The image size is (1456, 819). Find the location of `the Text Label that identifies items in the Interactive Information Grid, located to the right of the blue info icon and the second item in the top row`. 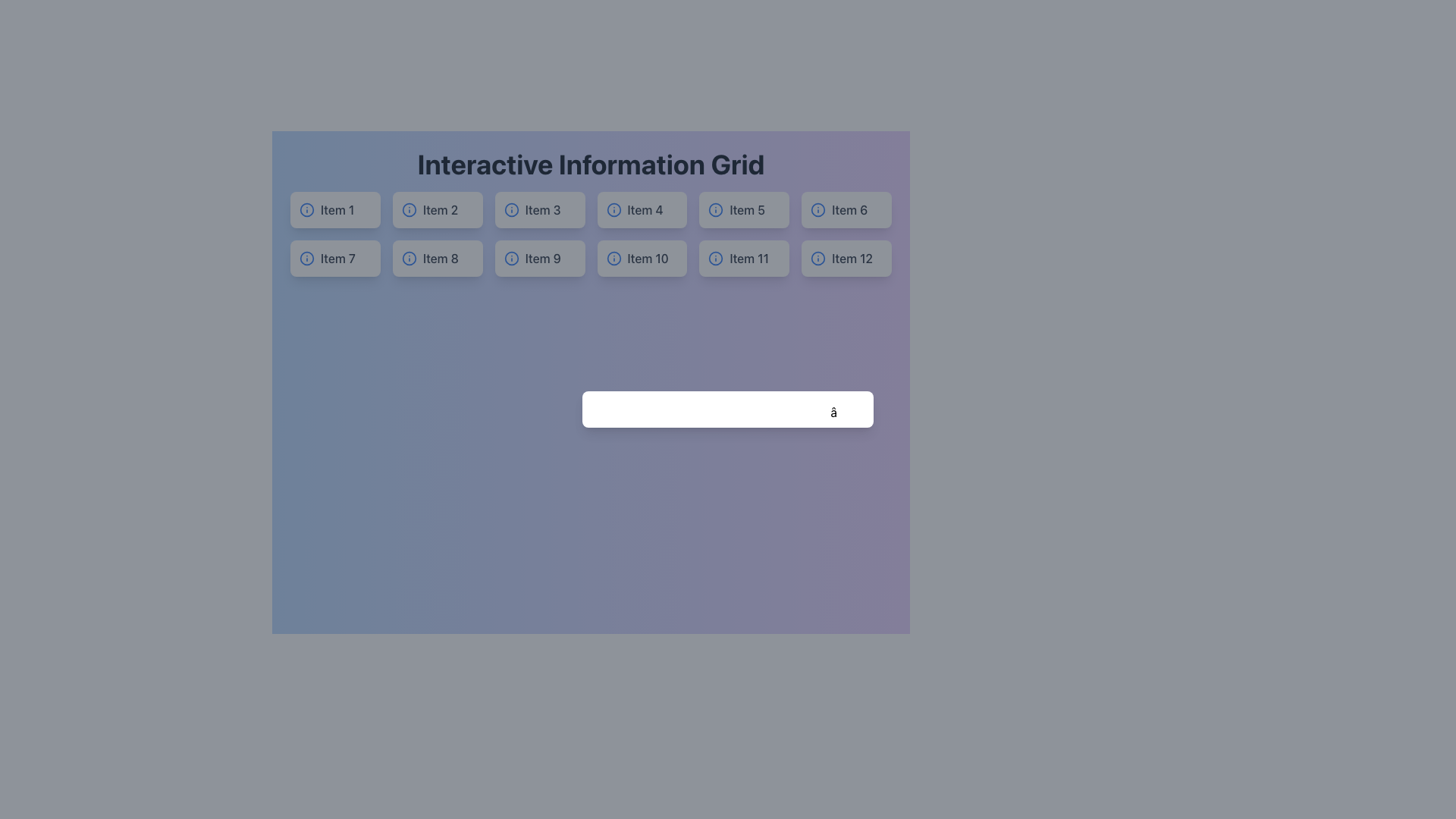

the Text Label that identifies items in the Interactive Information Grid, located to the right of the blue info icon and the second item in the top row is located at coordinates (439, 210).